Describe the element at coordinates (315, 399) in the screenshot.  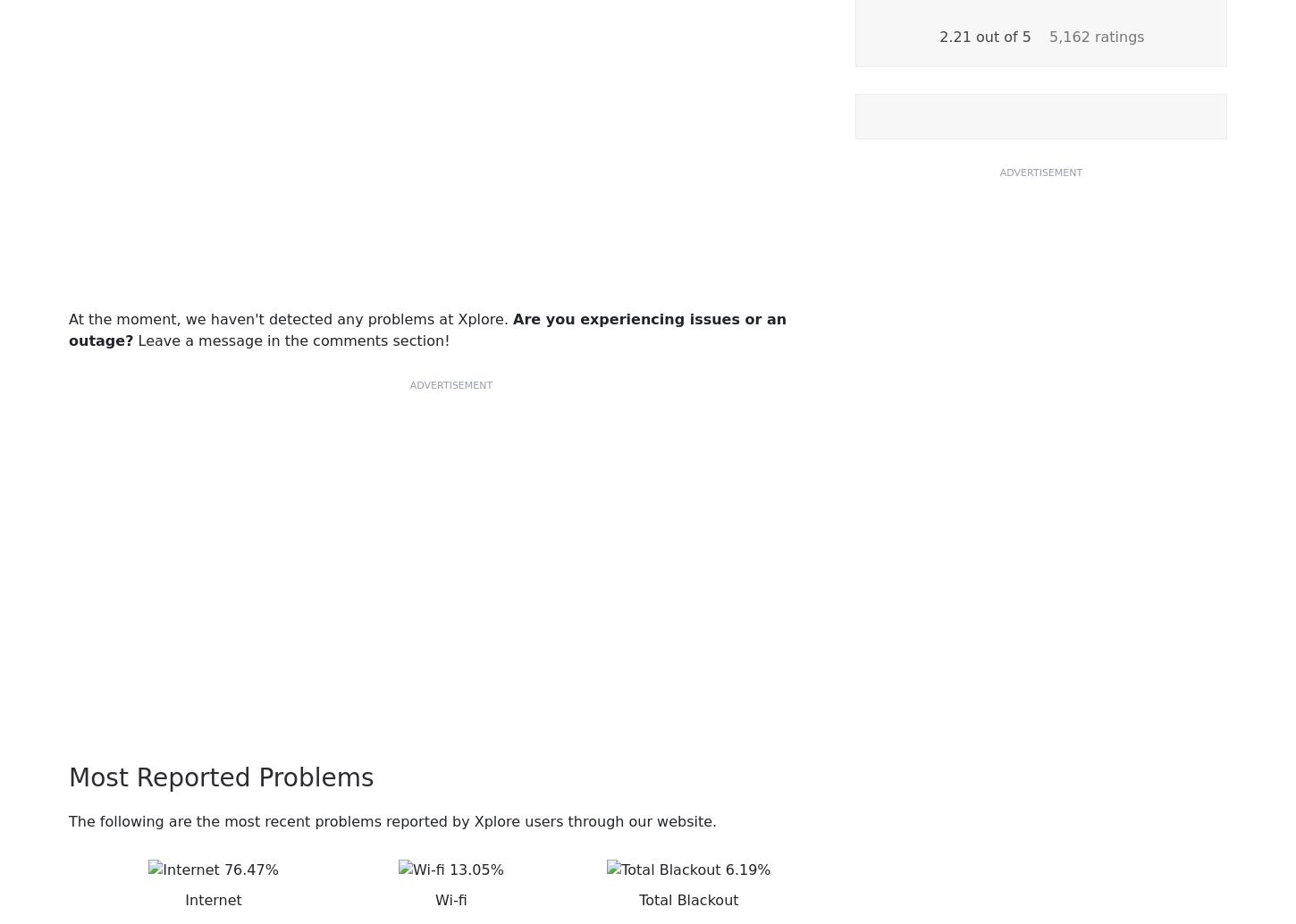
I see `'@Xplornet is the internet down in Gravenhurst area'` at that location.